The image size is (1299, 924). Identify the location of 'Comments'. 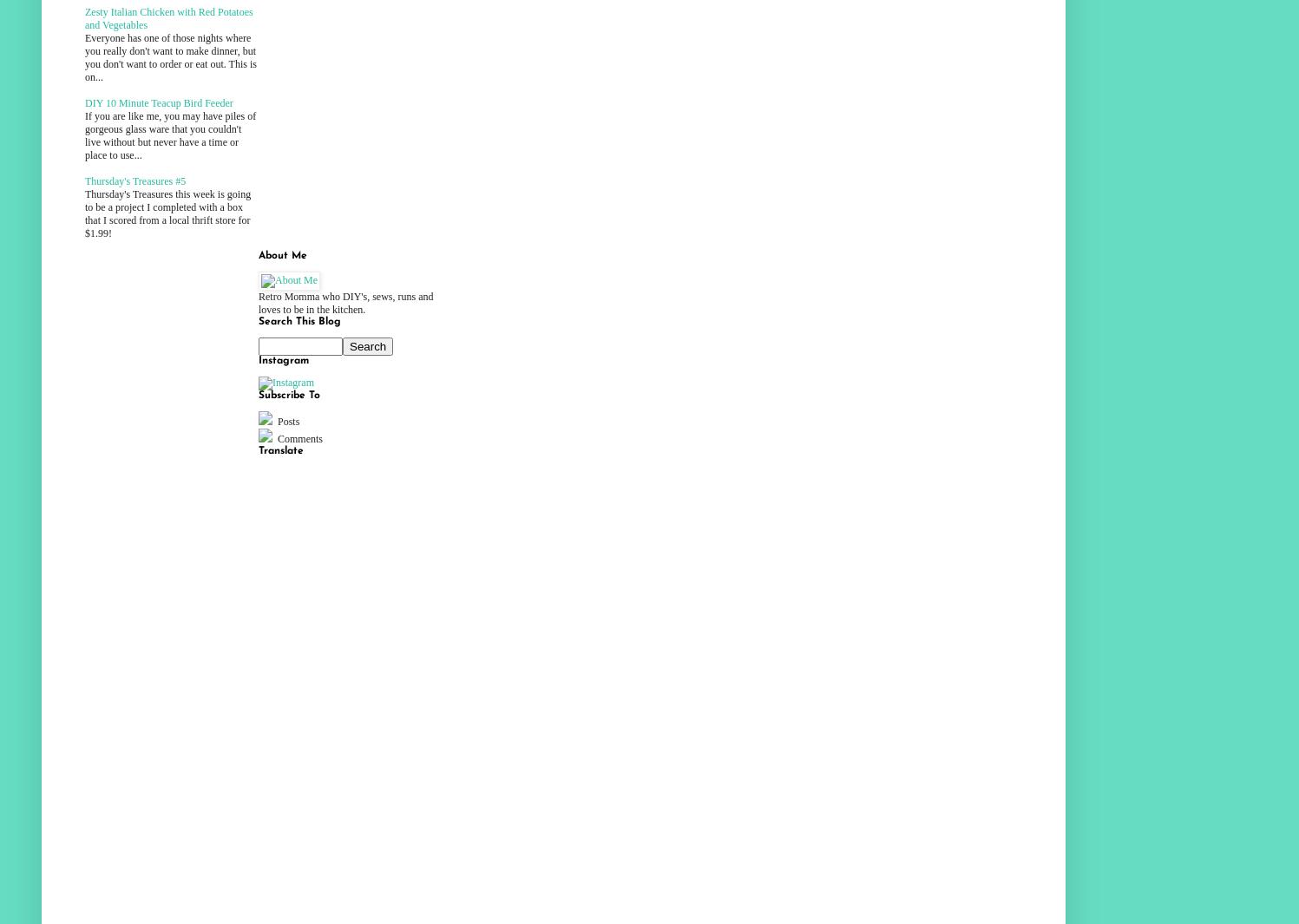
(299, 437).